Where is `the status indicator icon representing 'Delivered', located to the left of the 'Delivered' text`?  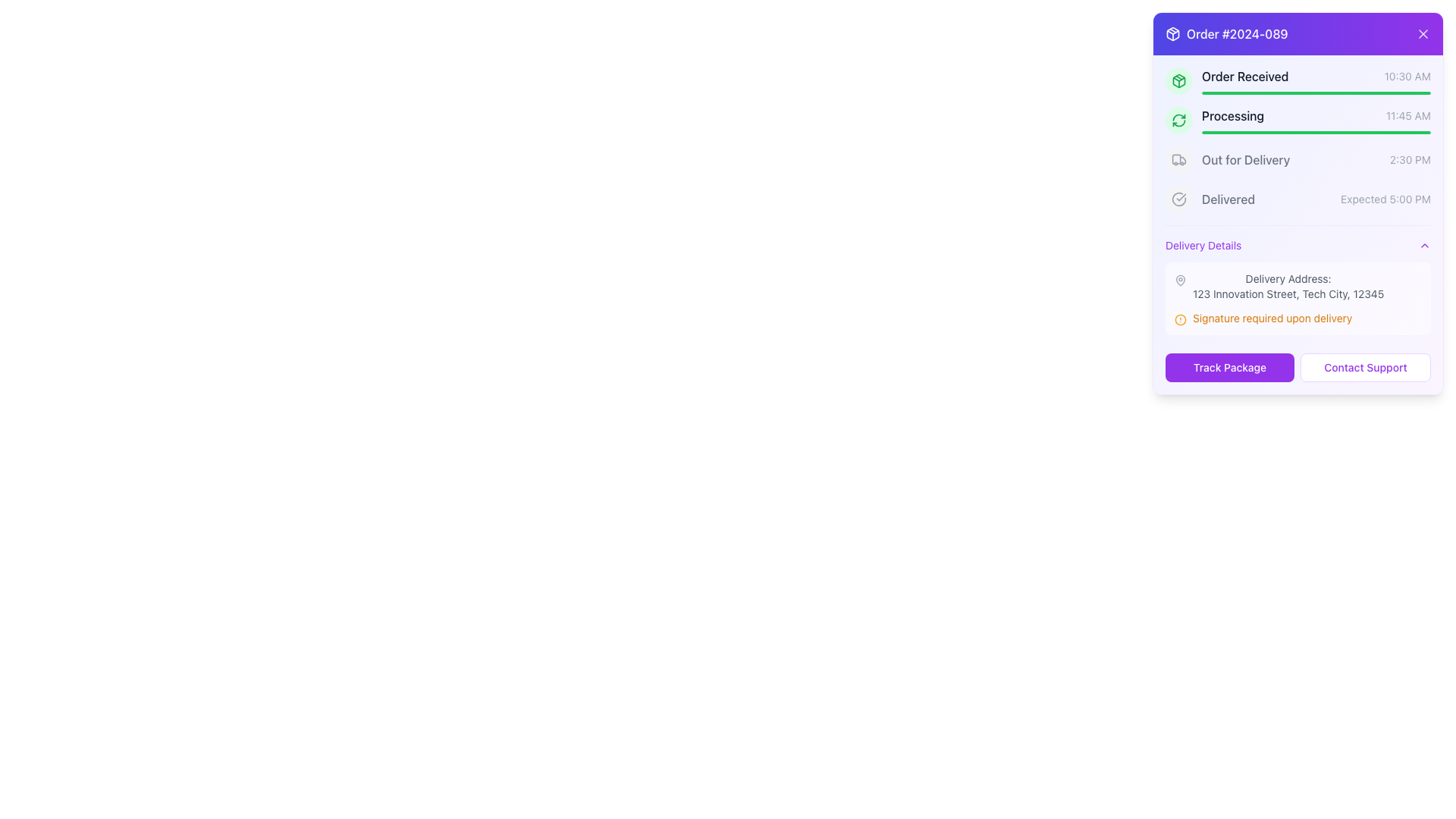
the status indicator icon representing 'Delivered', located to the left of the 'Delivered' text is located at coordinates (1178, 198).